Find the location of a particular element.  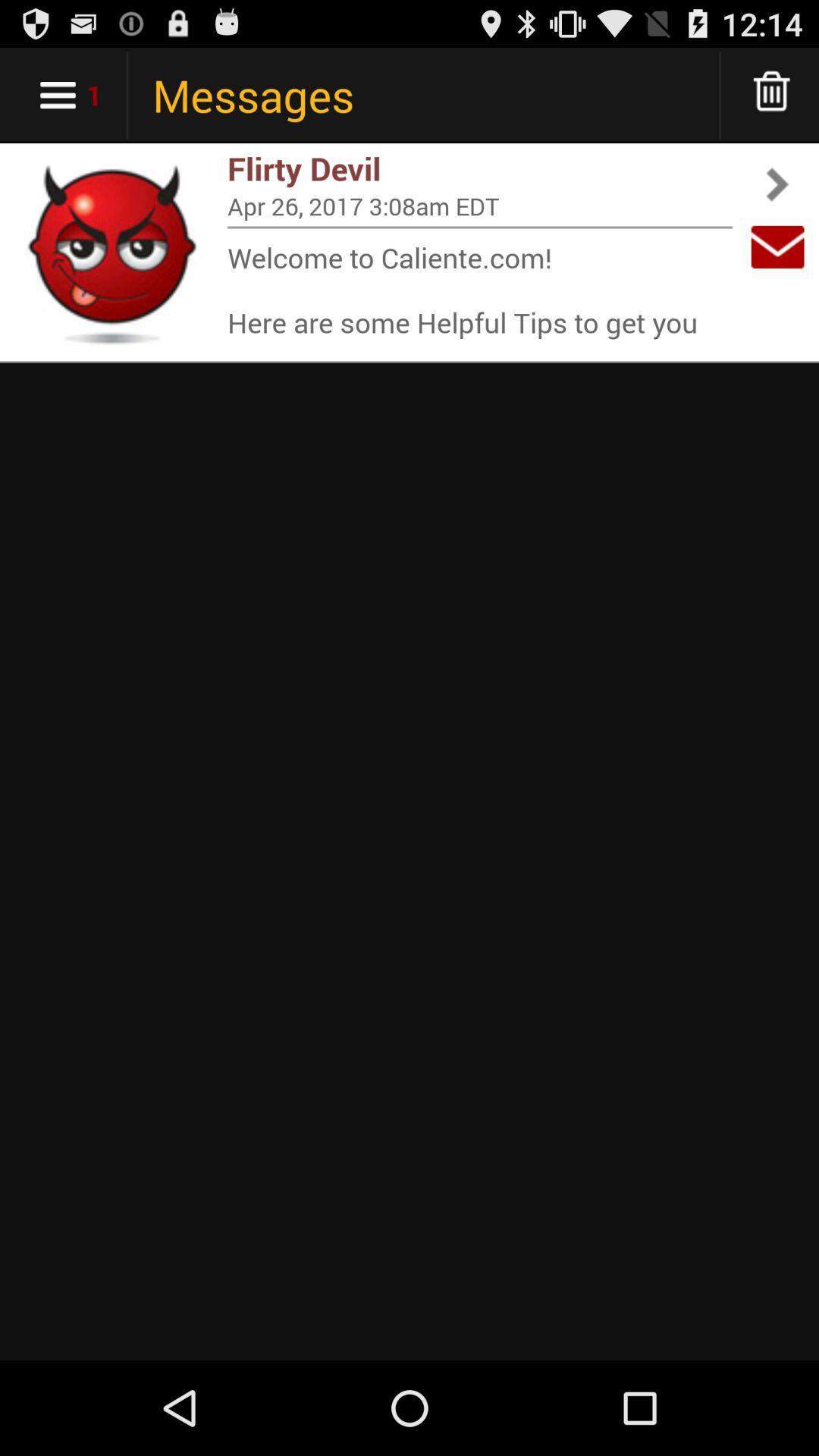

the welcome to caliente item is located at coordinates (479, 289).